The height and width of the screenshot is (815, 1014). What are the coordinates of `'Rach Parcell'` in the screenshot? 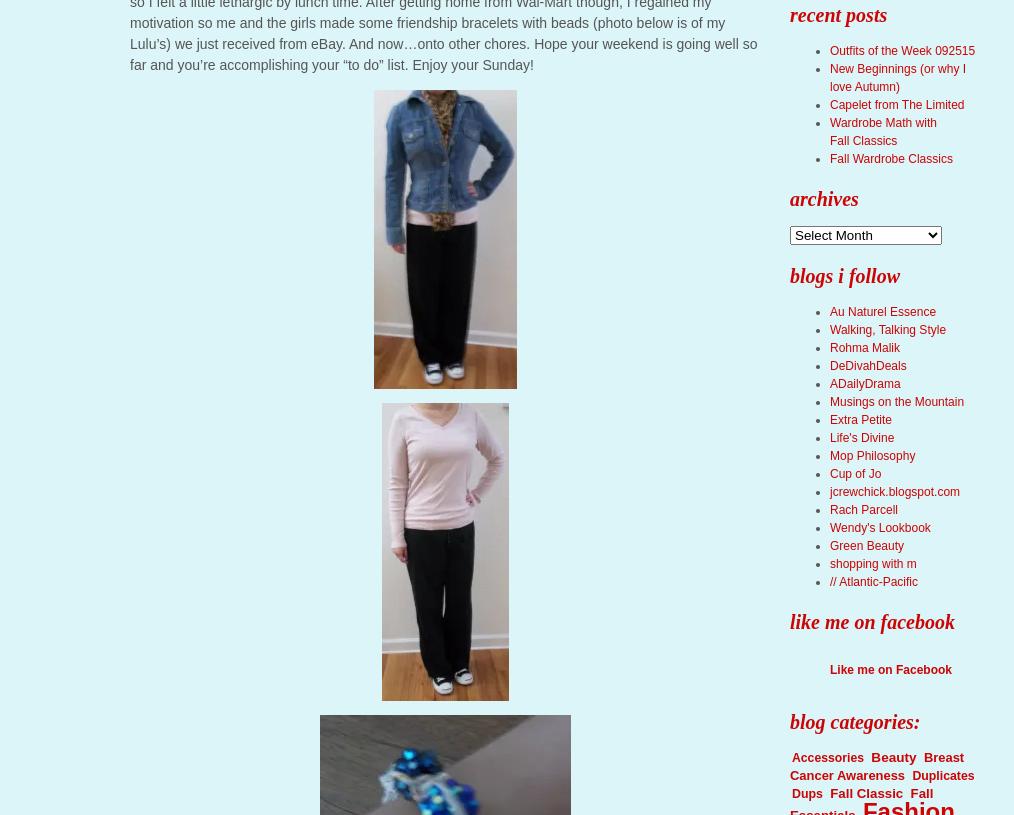 It's located at (863, 510).